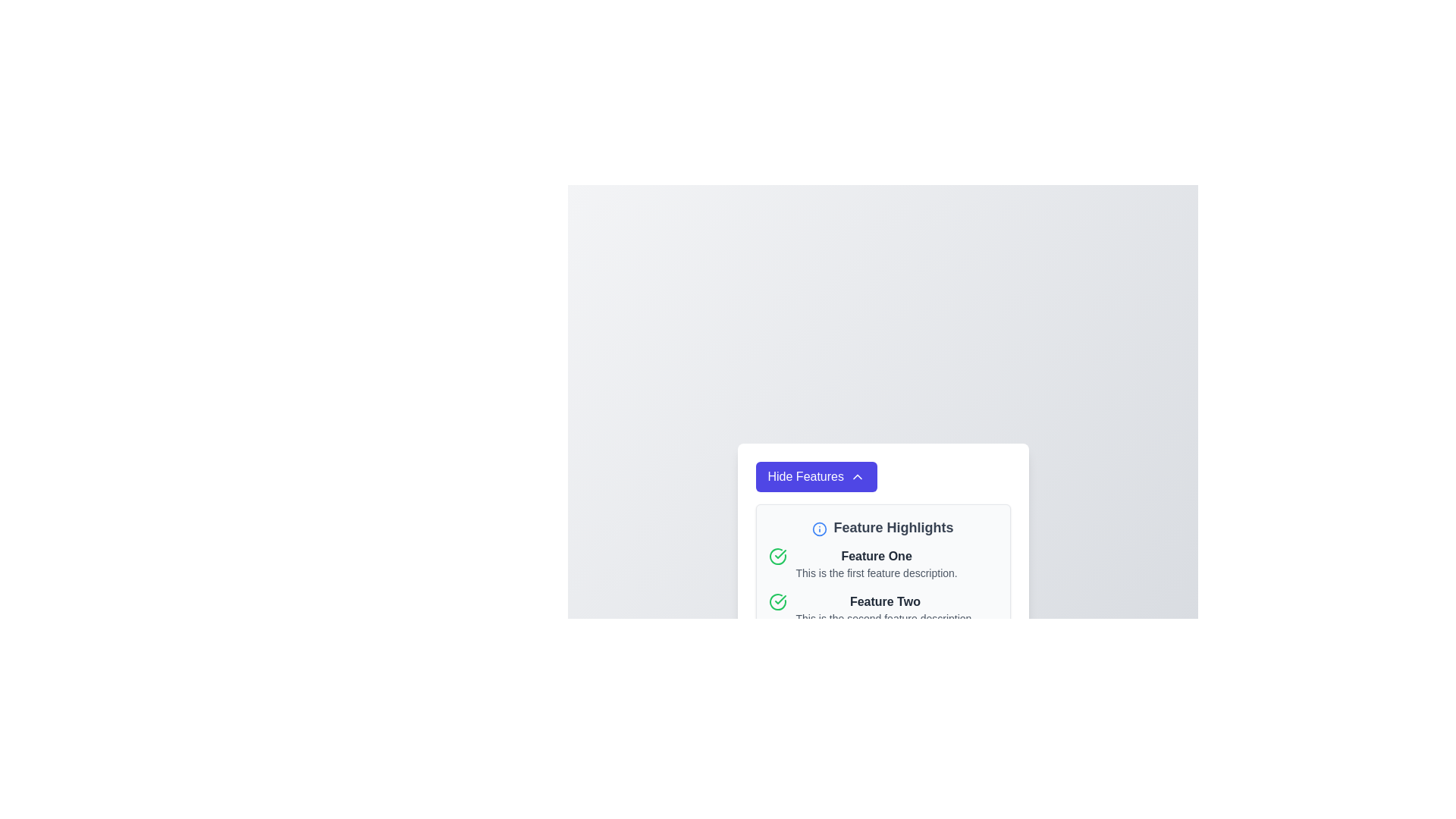  Describe the element at coordinates (819, 528) in the screenshot. I see `the blue circular outline SVG element located to the left of the 'Feature Highlights' heading in the features section of the card` at that location.